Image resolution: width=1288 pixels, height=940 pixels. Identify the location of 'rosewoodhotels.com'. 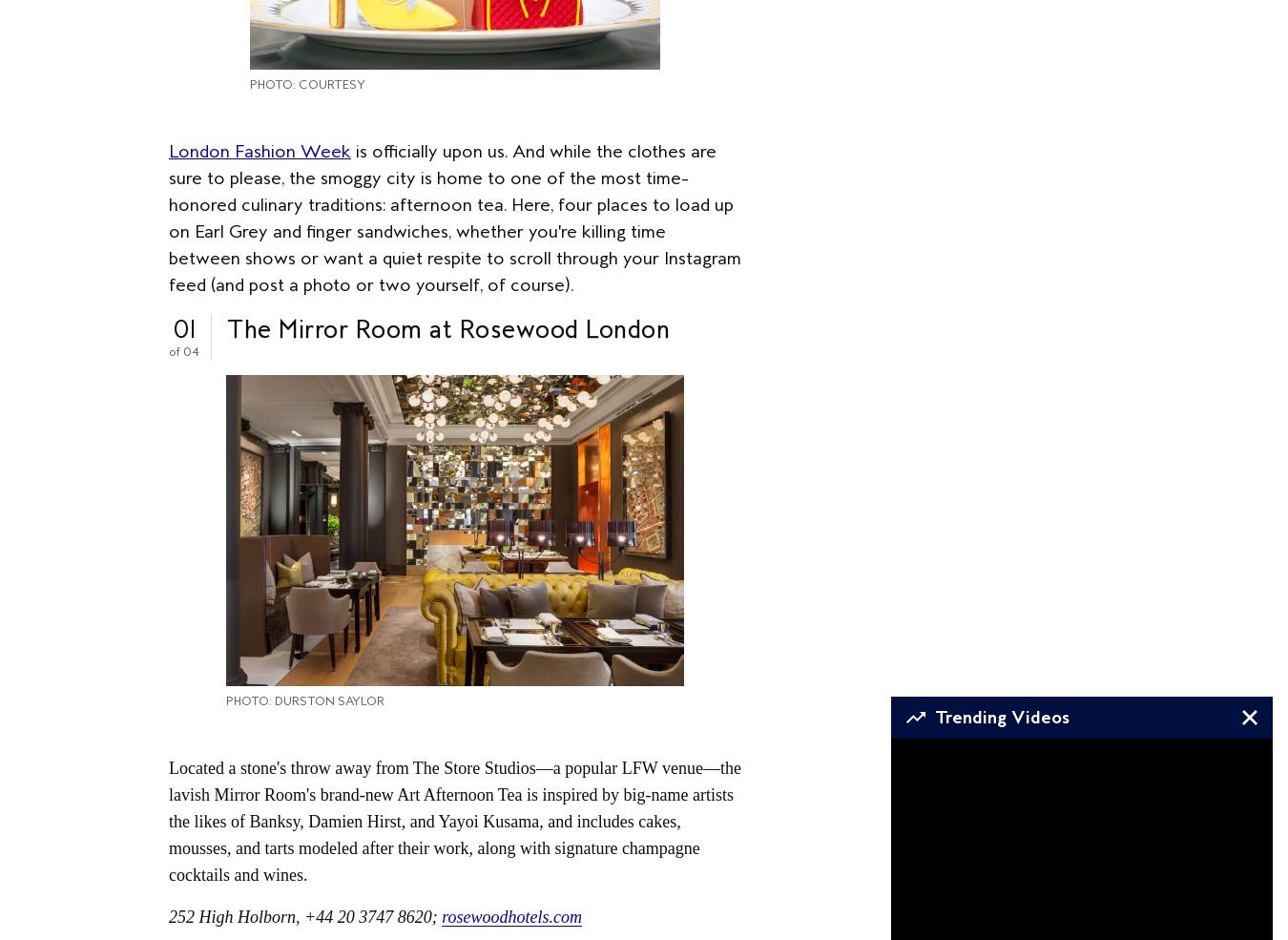
(509, 915).